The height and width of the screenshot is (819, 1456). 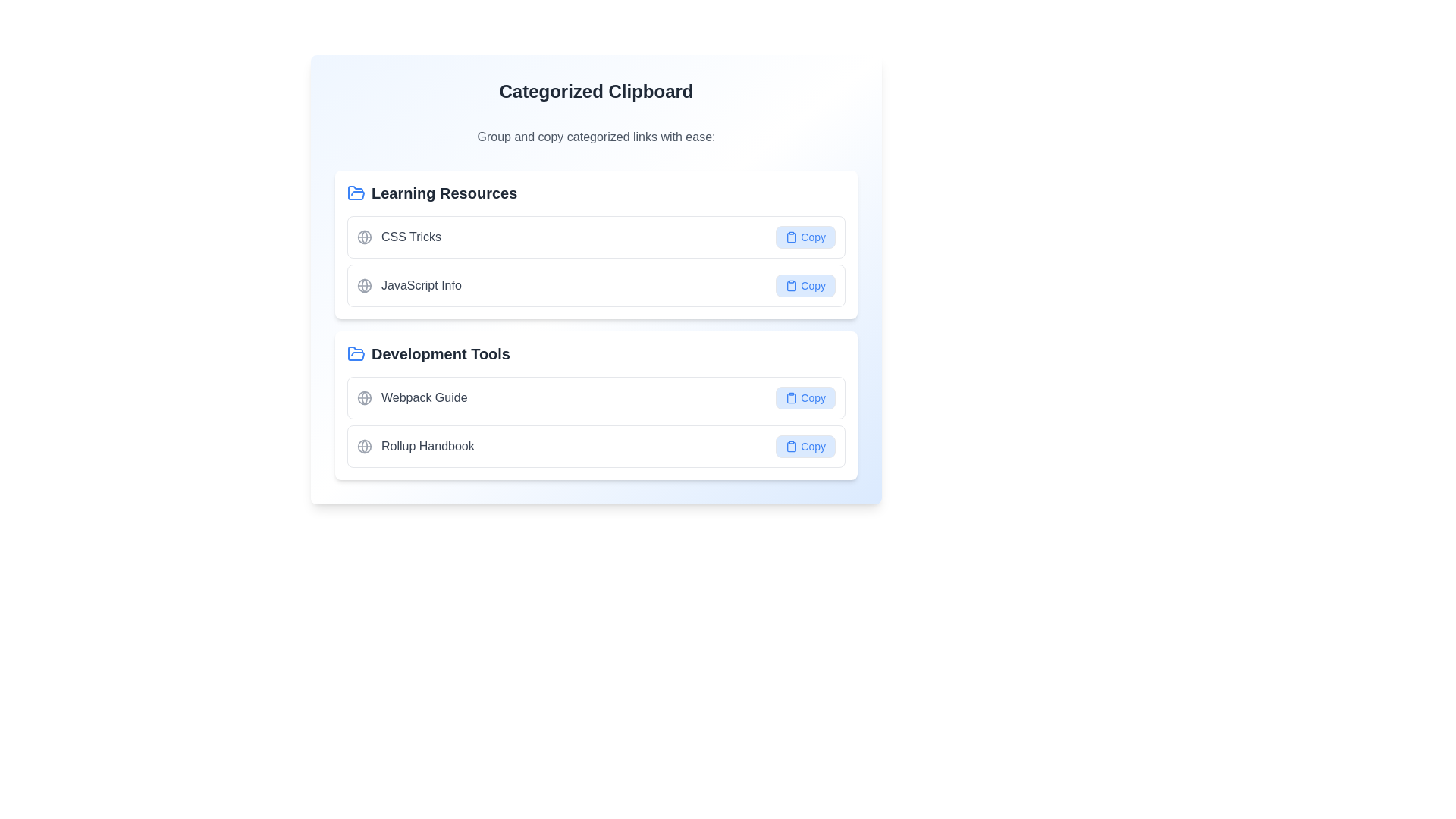 What do you see at coordinates (805, 397) in the screenshot?
I see `the button located on the far right side of the third row labeled 'Development Tools' under the text 'Webpack Guide' to copy the associated contents or link to the clipboard` at bounding box center [805, 397].